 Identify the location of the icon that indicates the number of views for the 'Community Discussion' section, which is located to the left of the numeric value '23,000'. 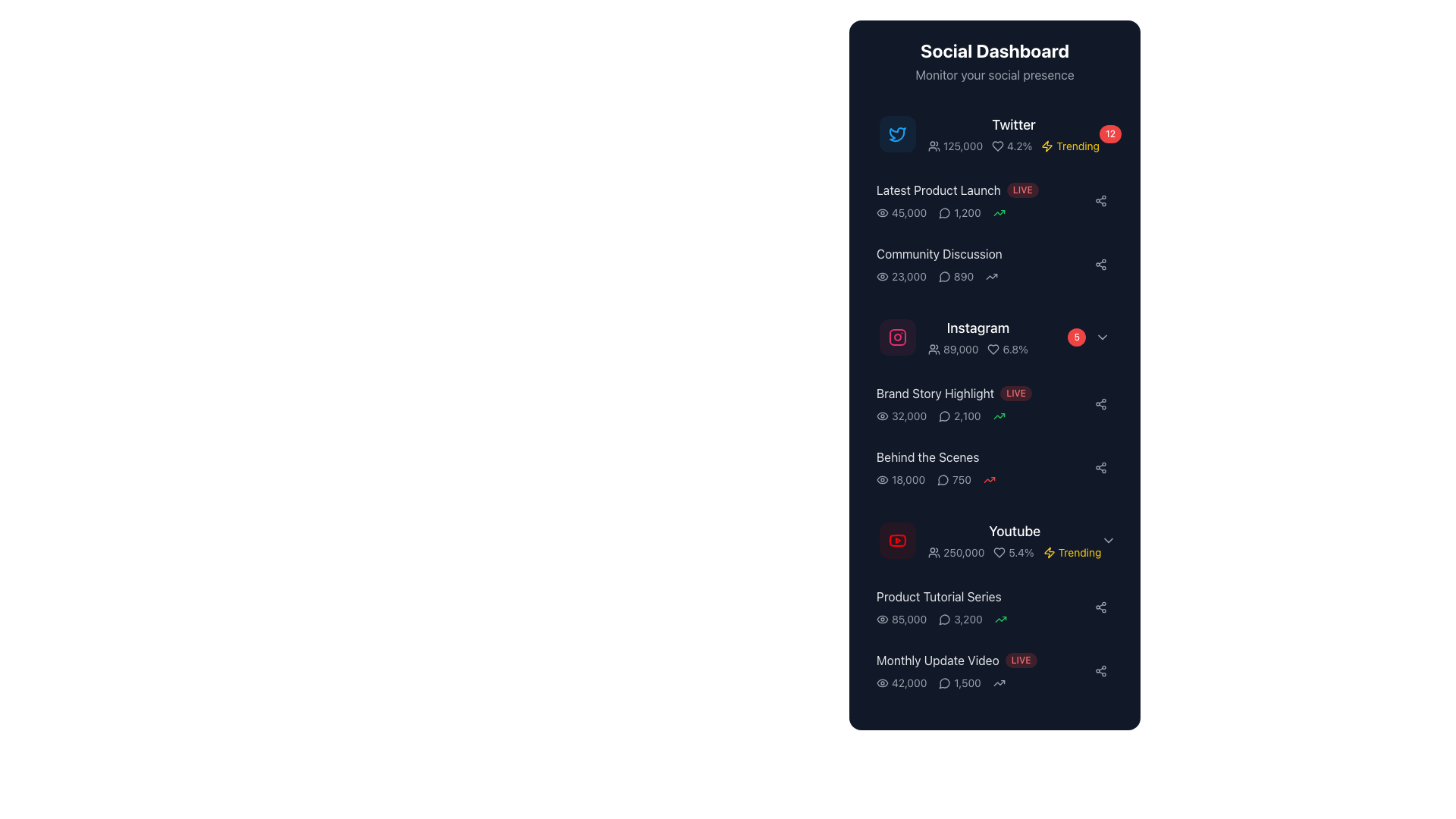
(882, 277).